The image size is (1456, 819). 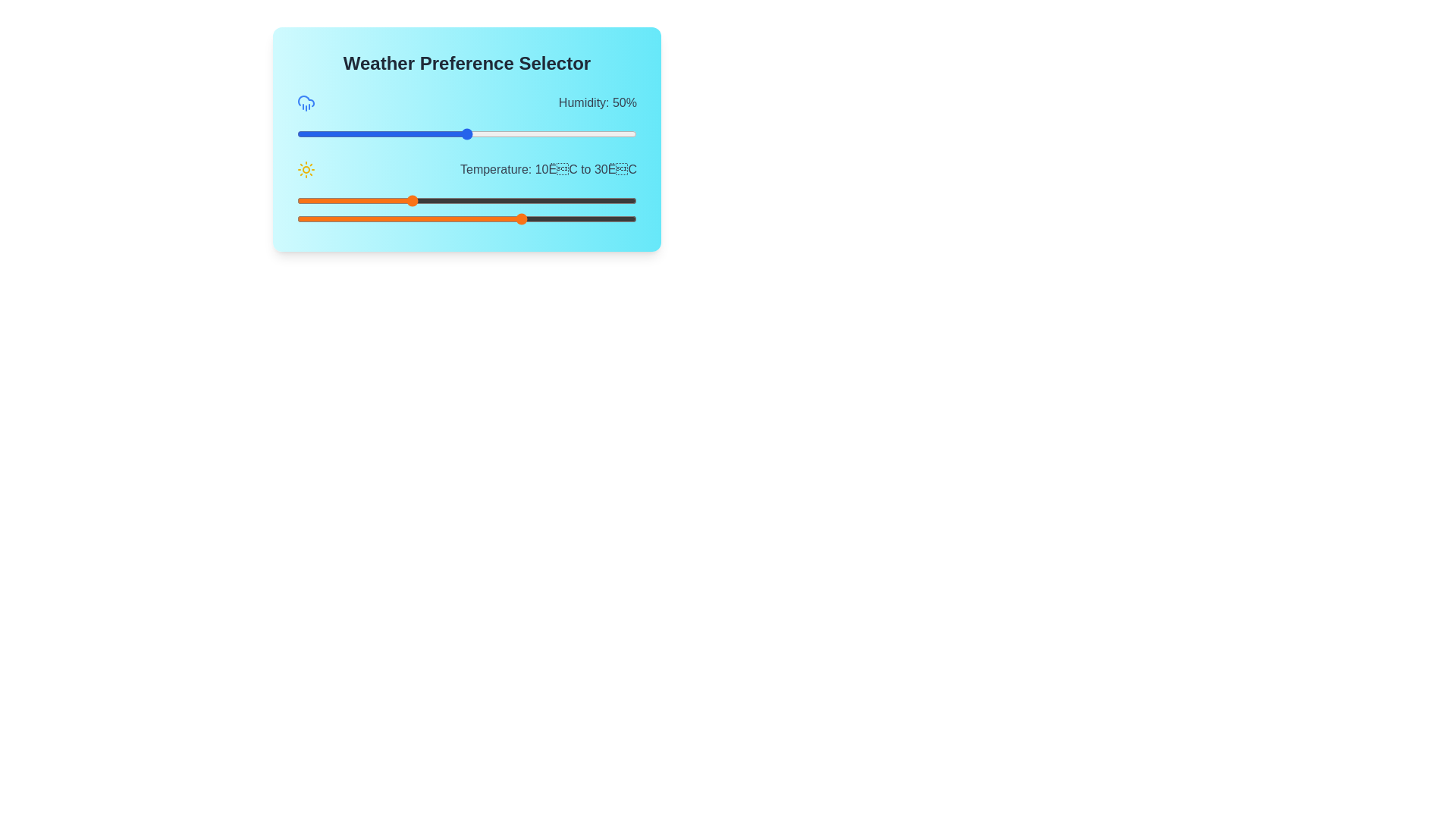 What do you see at coordinates (307, 200) in the screenshot?
I see `the minimum temperature preference to -8°C using the first orange slider` at bounding box center [307, 200].